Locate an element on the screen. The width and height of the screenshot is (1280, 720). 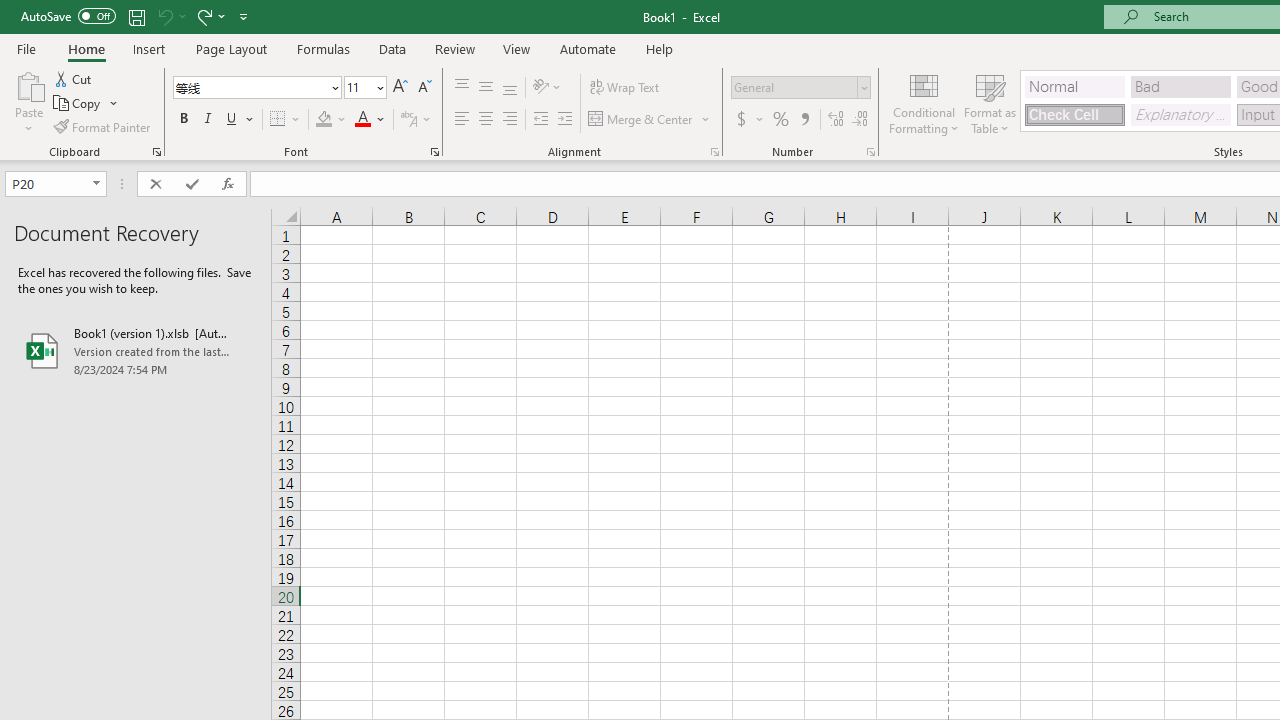
'Copy' is located at coordinates (85, 103).